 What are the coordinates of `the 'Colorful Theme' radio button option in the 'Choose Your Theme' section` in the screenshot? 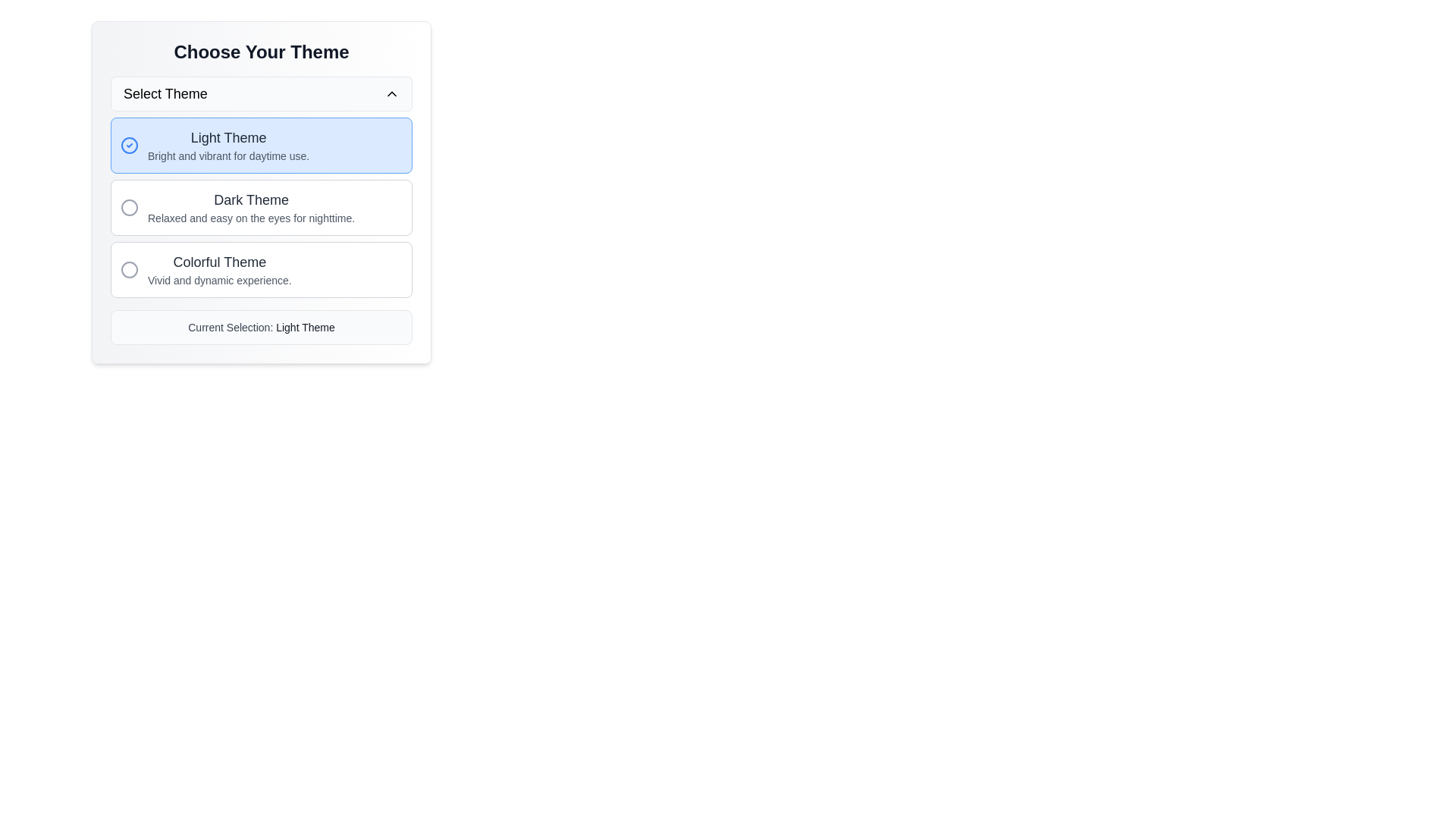 It's located at (262, 268).